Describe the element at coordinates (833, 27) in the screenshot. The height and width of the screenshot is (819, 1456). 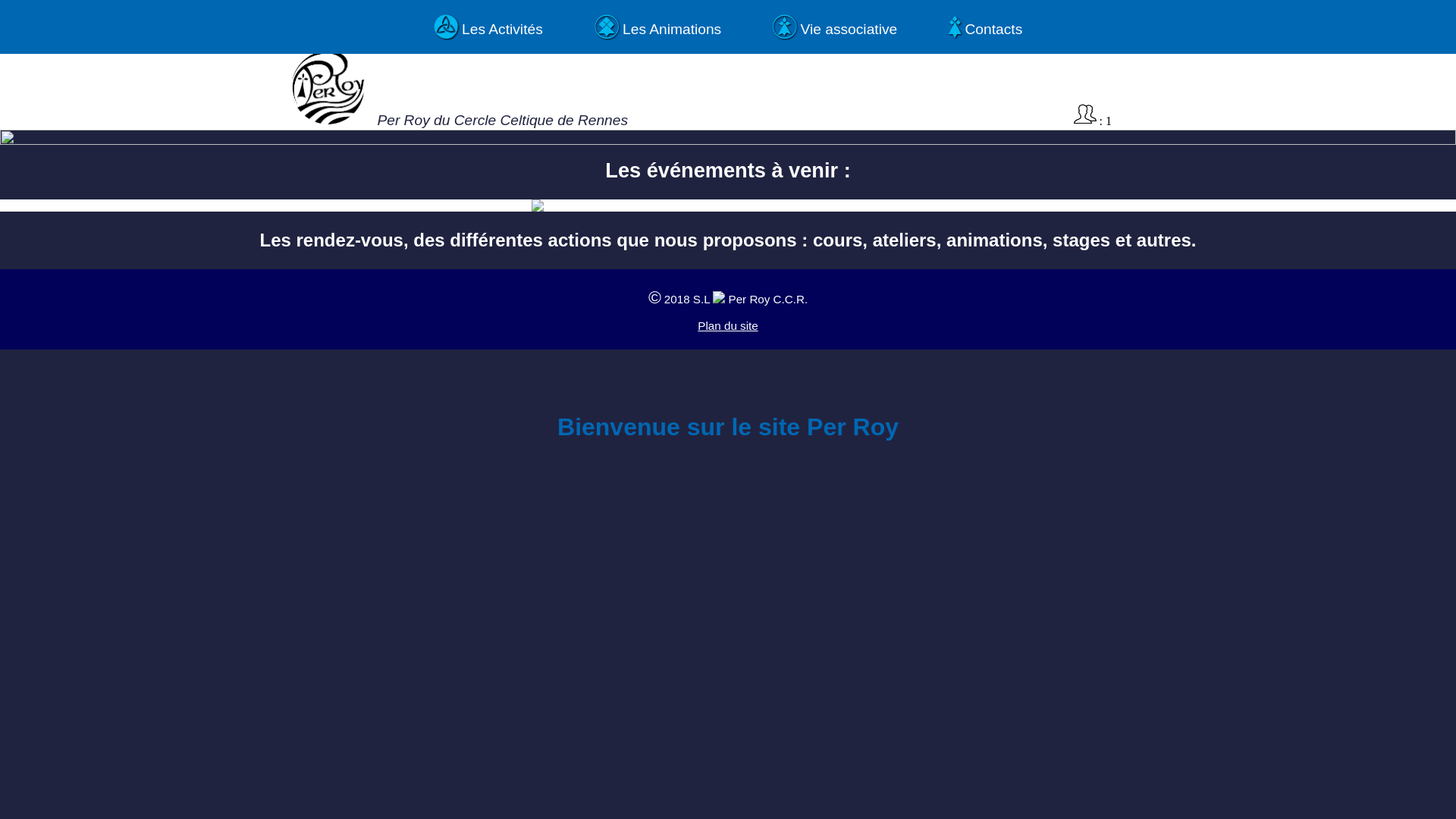
I see `'* Vie associative'` at that location.